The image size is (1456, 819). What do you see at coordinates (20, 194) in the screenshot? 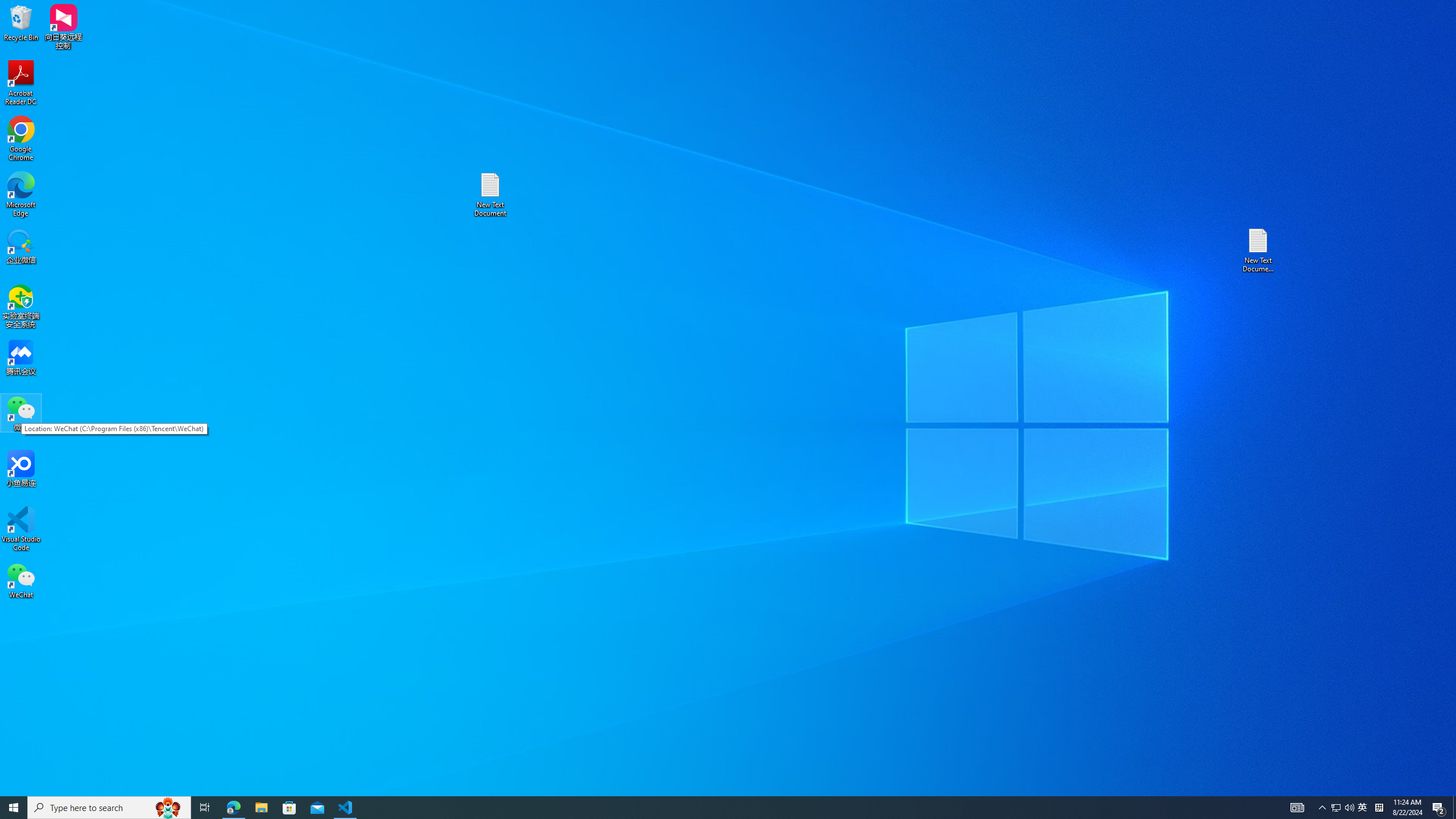
I see `'Microsoft Edge'` at bounding box center [20, 194].